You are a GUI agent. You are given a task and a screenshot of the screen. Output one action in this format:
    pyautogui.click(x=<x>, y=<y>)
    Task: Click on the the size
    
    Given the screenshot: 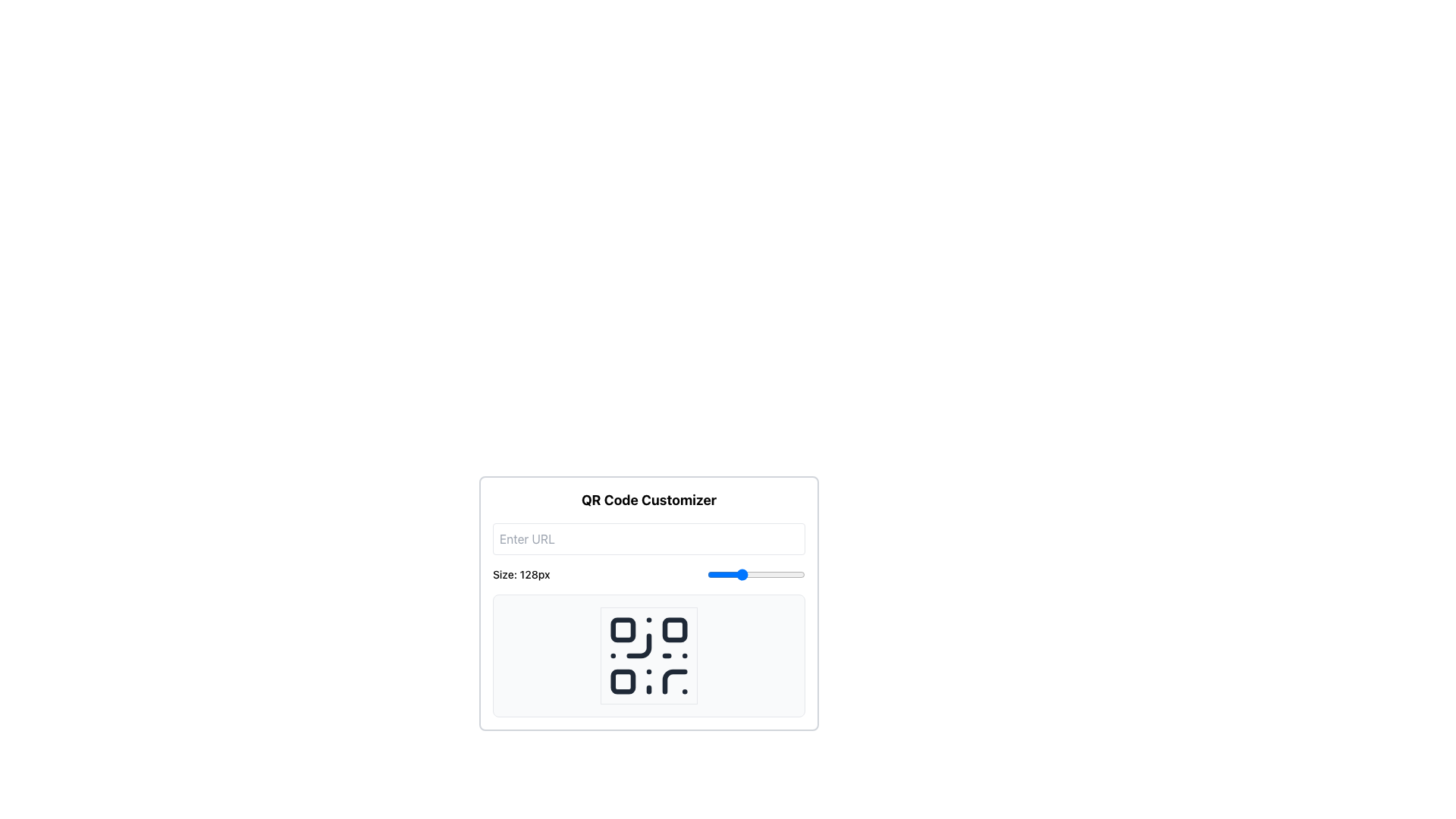 What is the action you would take?
    pyautogui.click(x=745, y=575)
    